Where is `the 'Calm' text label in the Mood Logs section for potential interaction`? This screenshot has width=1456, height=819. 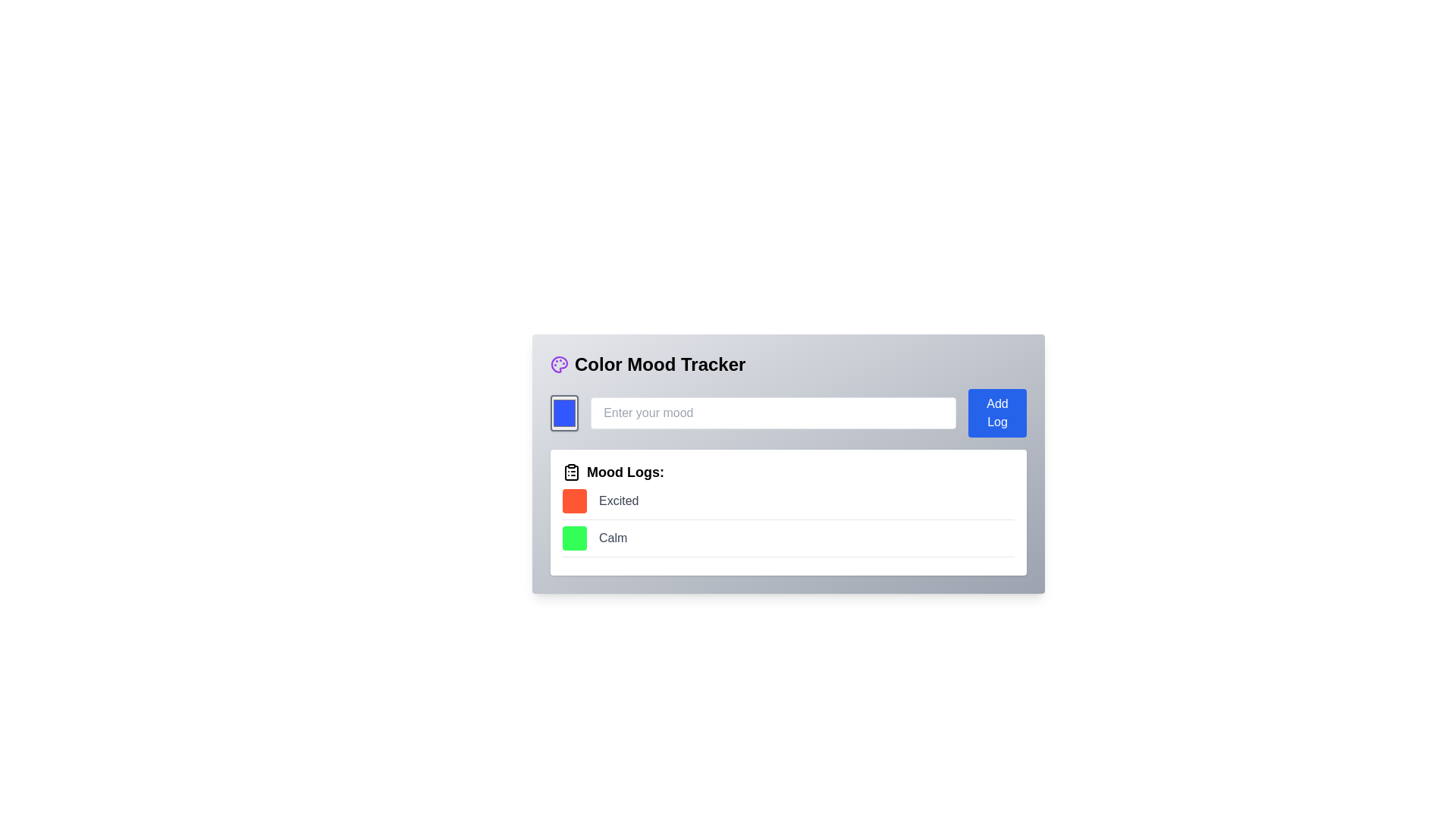
the 'Calm' text label in the Mood Logs section for potential interaction is located at coordinates (613, 537).